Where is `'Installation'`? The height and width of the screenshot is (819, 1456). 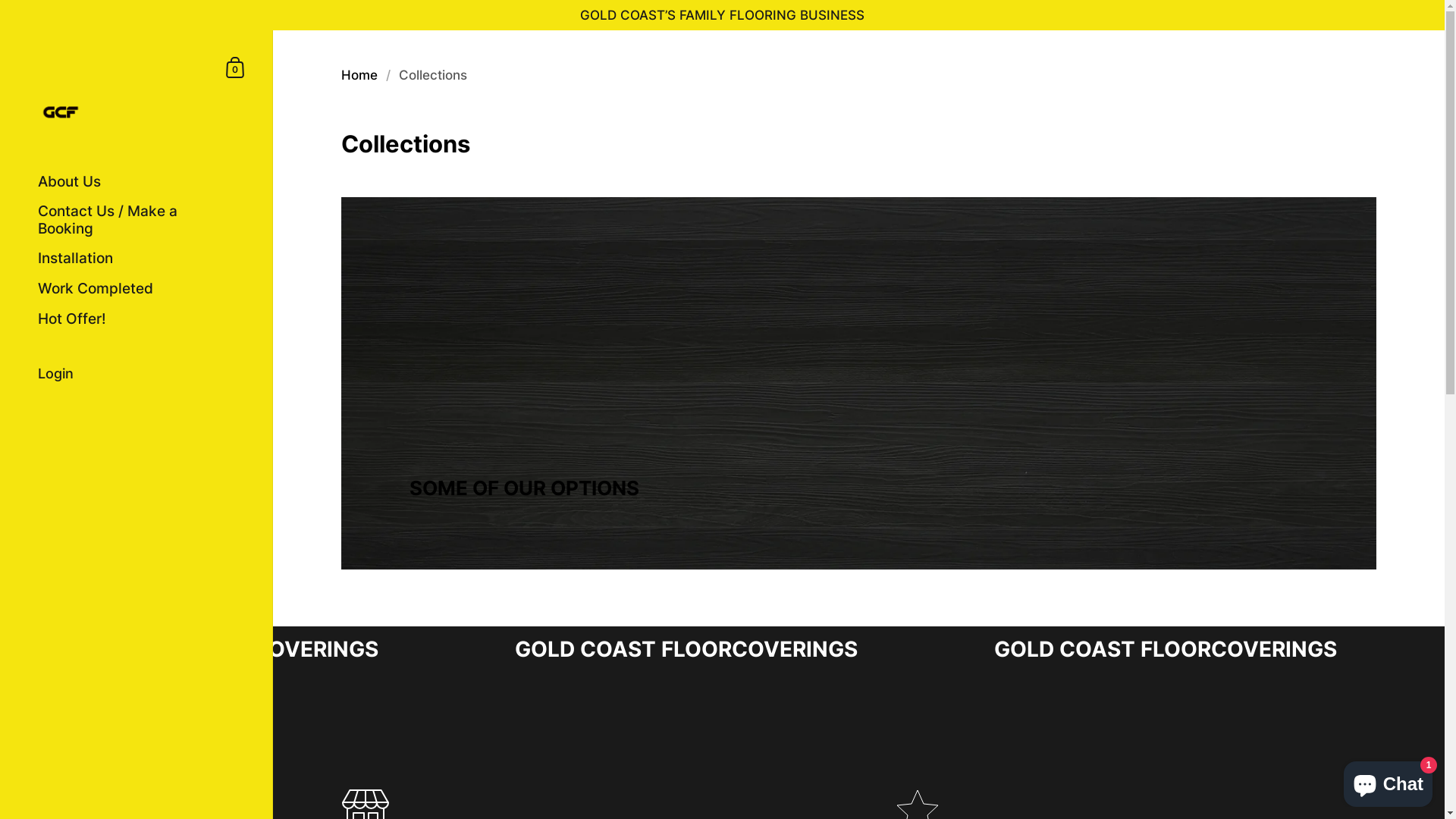 'Installation' is located at coordinates (136, 259).